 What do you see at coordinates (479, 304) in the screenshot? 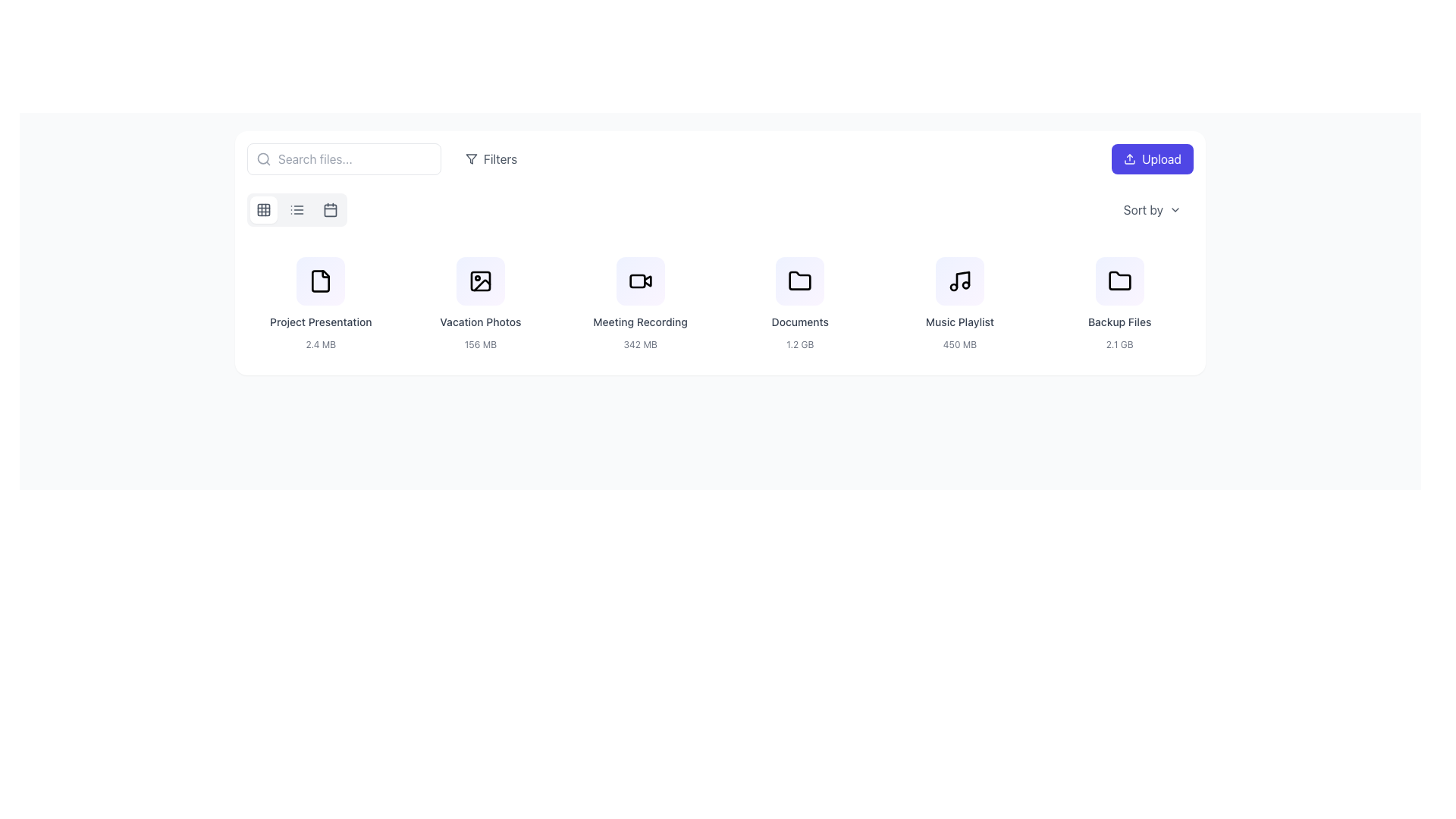
I see `the Informational card displaying 'Vacation Photos' and '156 MB', which is the second card in the grid layout` at bounding box center [479, 304].